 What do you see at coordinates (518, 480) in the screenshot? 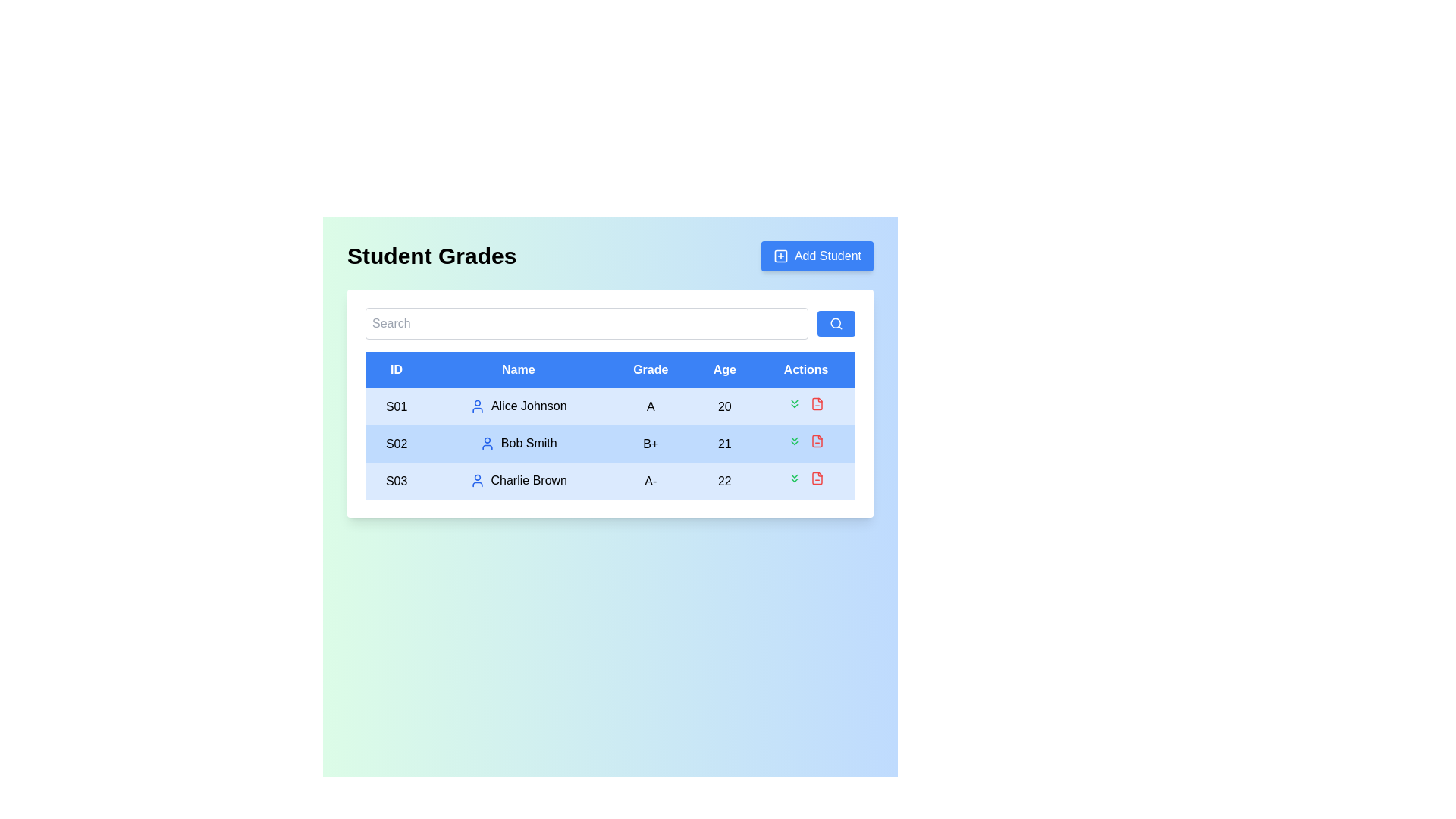
I see `the text label displaying 'Charlie Brown', which is located in the third row of the table, adjacent to the 'S03' ID value and the 'A-' grade` at bounding box center [518, 480].